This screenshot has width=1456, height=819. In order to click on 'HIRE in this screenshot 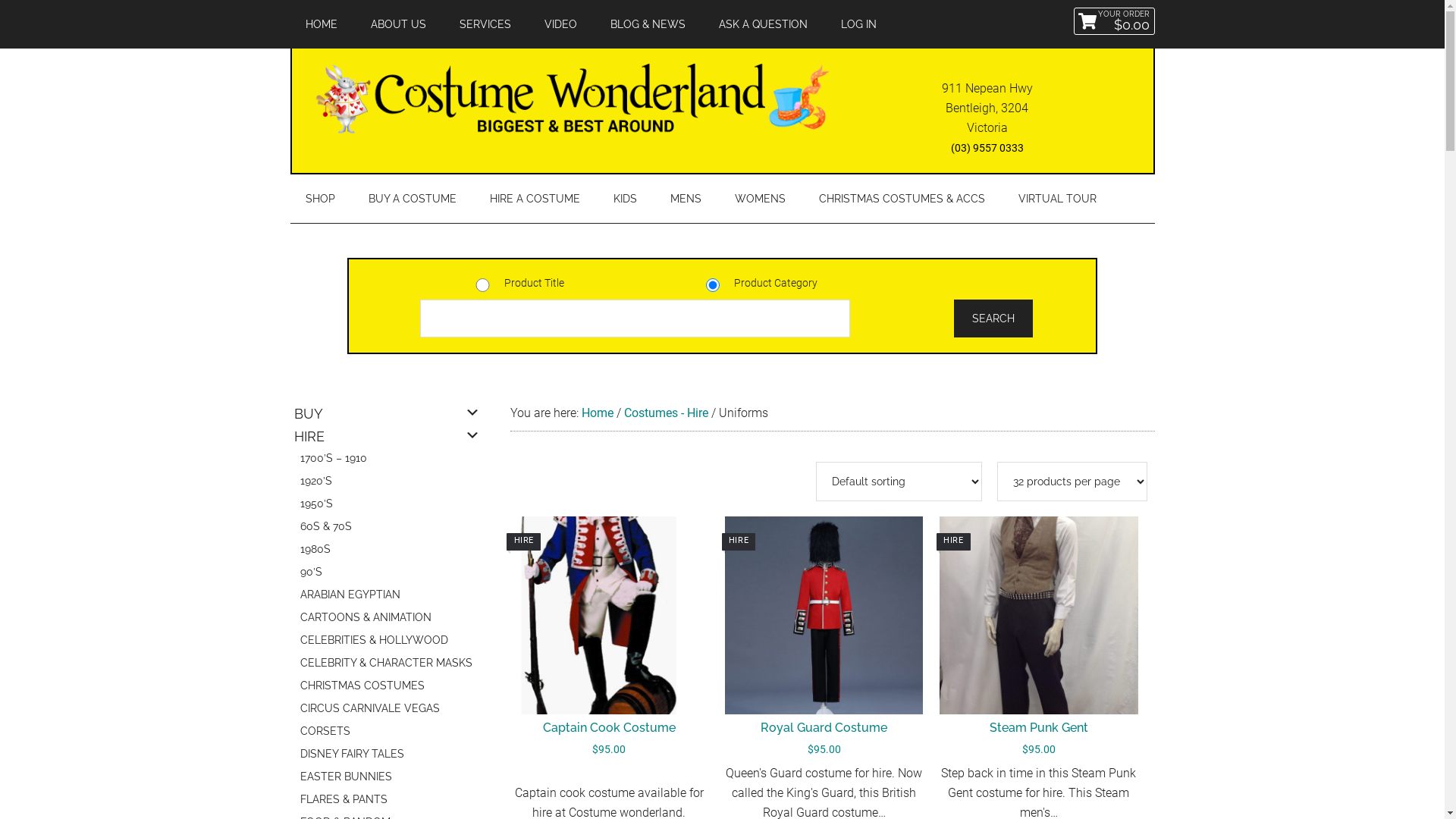, I will do `click(1037, 640)`.